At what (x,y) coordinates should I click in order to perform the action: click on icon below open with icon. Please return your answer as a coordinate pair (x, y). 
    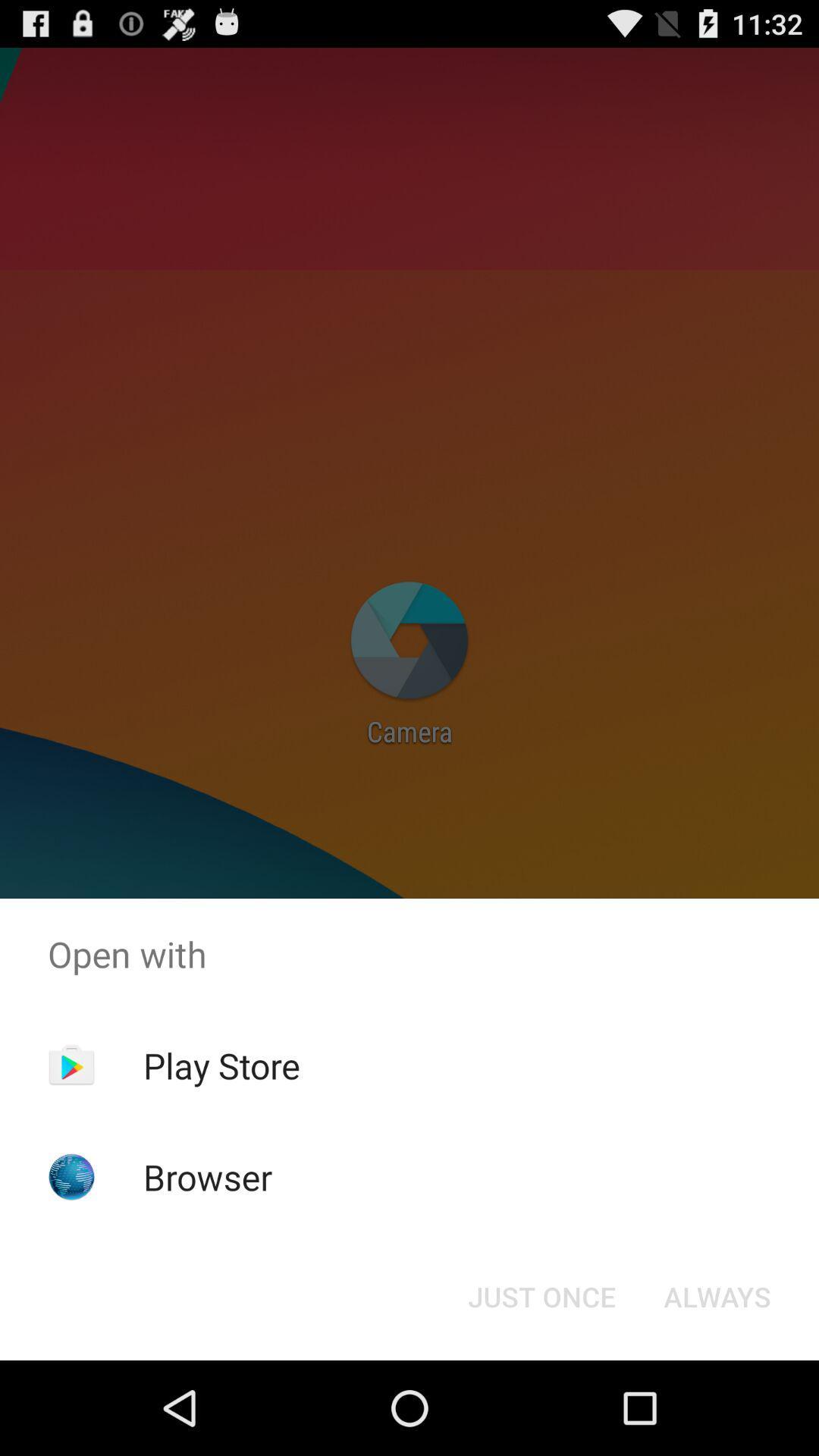
    Looking at the image, I should click on (717, 1295).